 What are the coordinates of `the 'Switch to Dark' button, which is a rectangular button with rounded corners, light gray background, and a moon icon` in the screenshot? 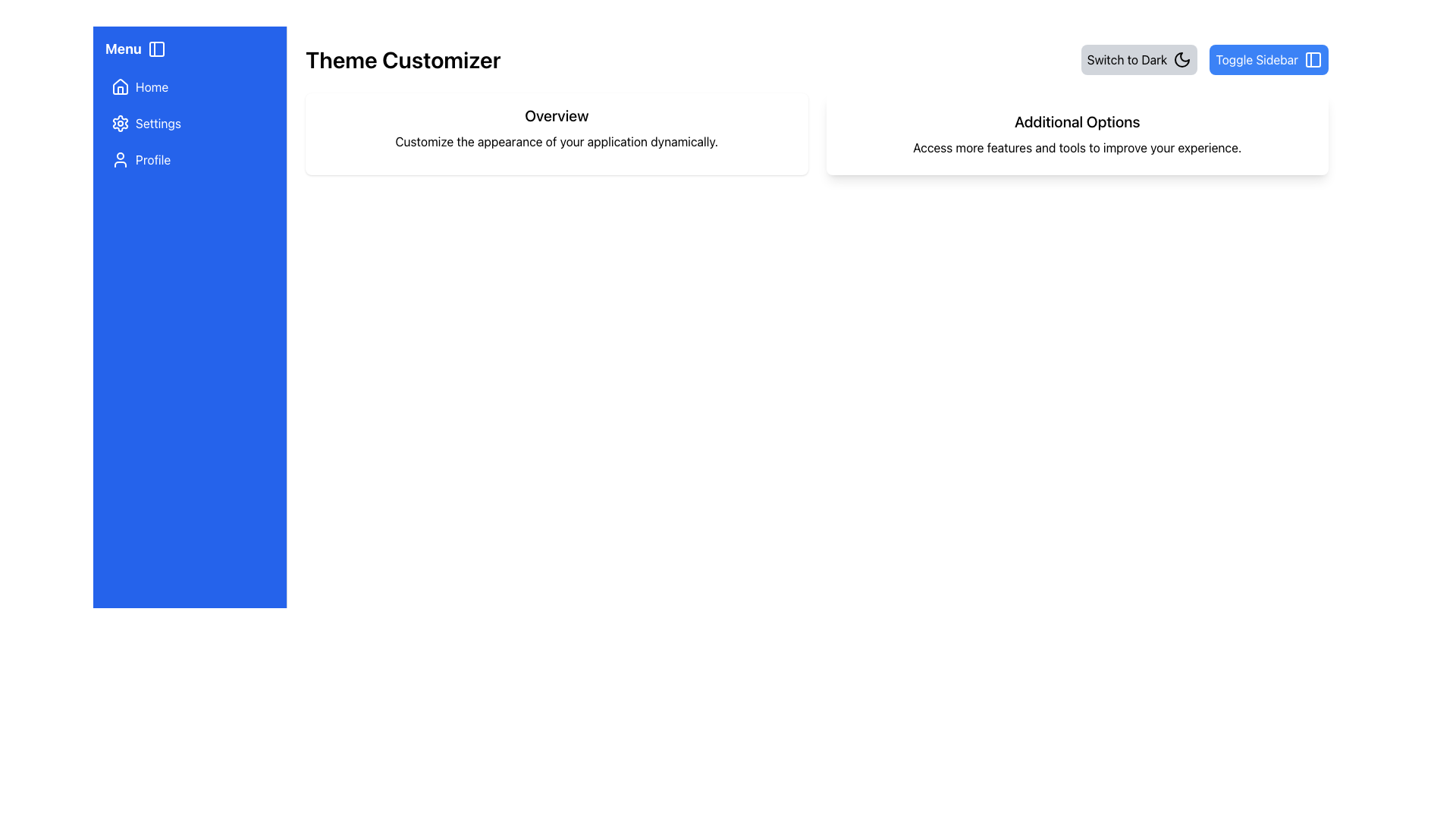 It's located at (1139, 58).